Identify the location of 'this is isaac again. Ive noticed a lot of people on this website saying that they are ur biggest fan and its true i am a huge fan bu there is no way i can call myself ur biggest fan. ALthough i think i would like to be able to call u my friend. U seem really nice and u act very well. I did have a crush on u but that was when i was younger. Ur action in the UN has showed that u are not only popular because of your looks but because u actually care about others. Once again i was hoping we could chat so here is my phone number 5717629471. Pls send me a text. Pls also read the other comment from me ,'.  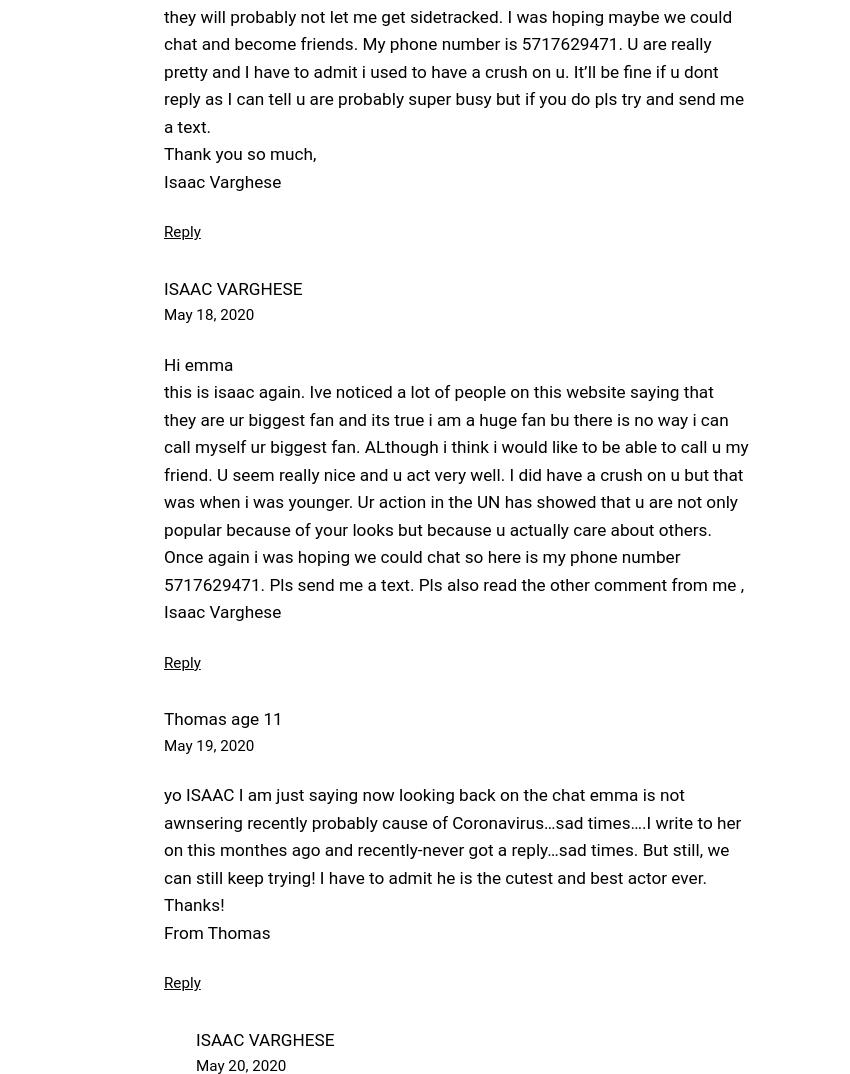
(455, 488).